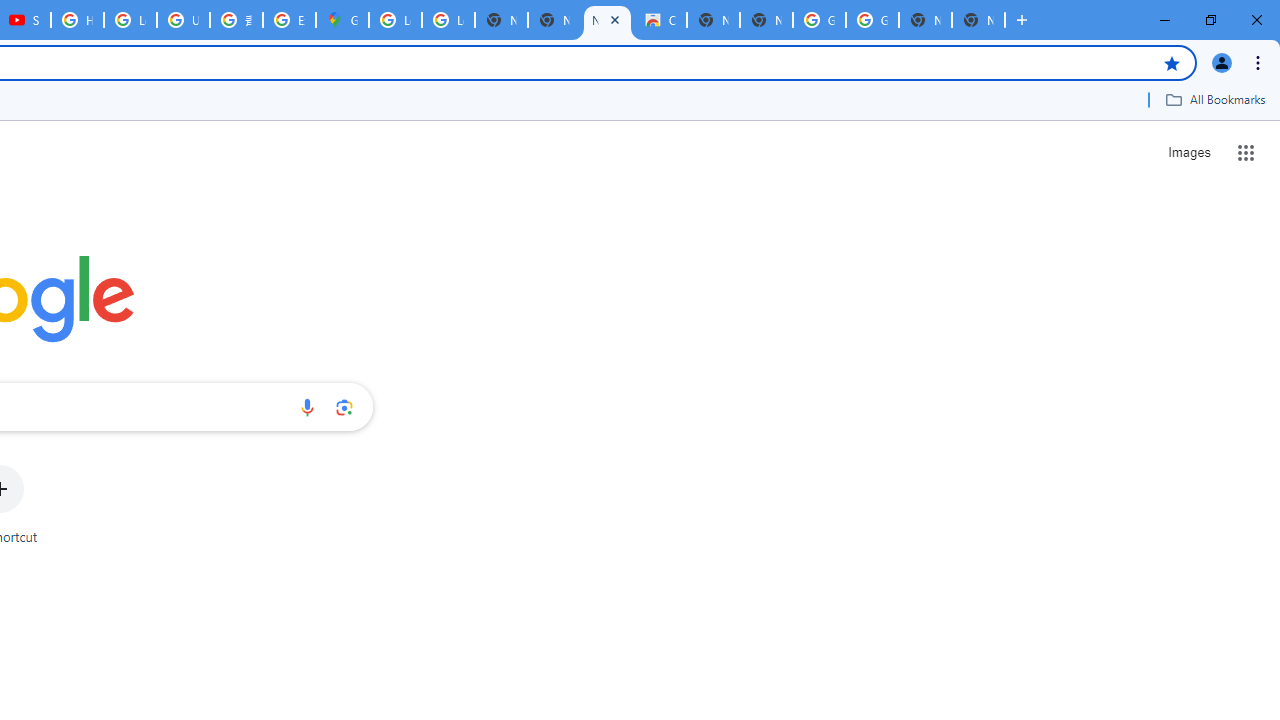 Image resolution: width=1280 pixels, height=720 pixels. What do you see at coordinates (978, 20) in the screenshot?
I see `'New Tab'` at bounding box center [978, 20].